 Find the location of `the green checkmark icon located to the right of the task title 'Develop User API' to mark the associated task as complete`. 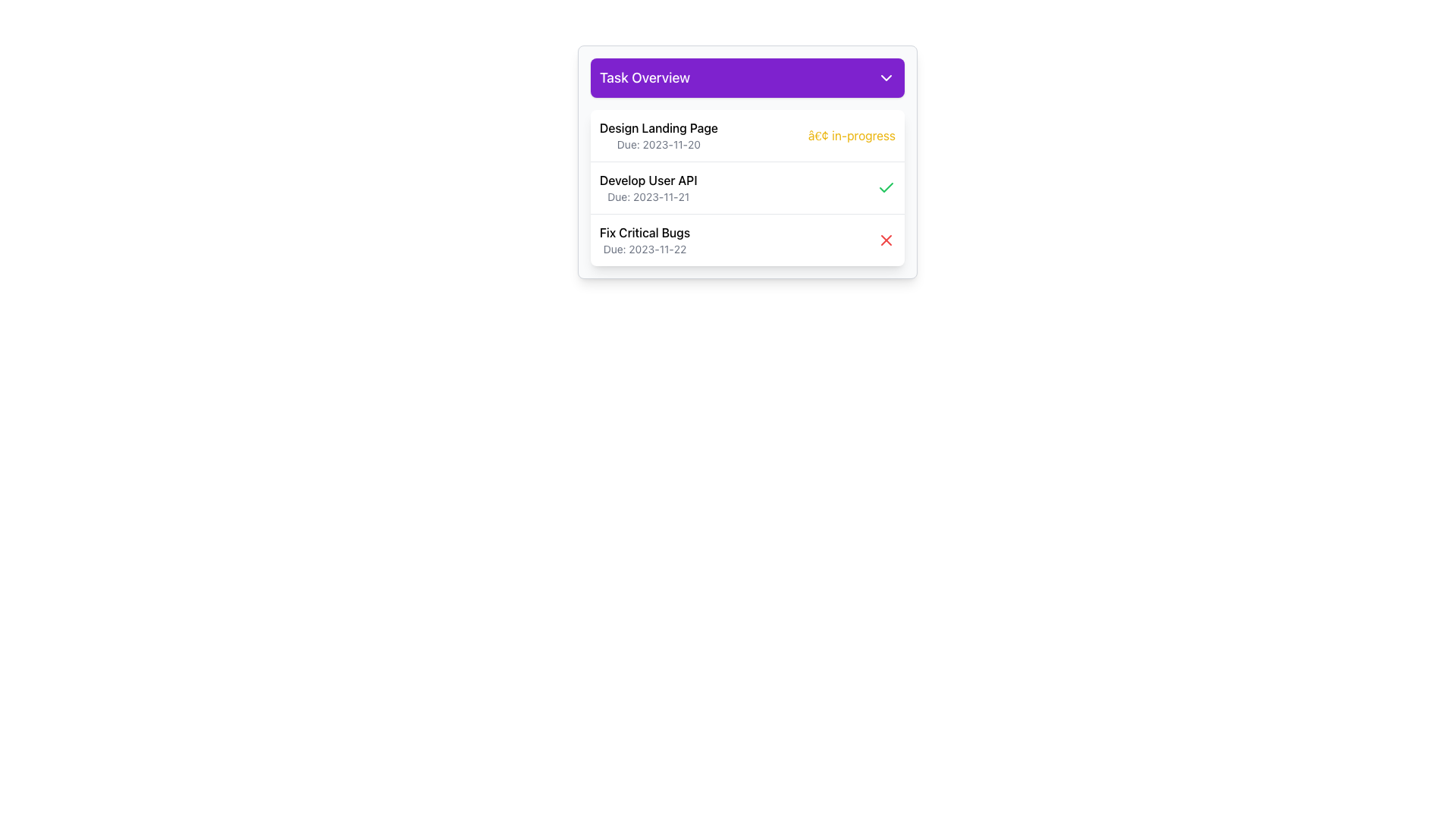

the green checkmark icon located to the right of the task title 'Develop User API' to mark the associated task as complete is located at coordinates (886, 187).